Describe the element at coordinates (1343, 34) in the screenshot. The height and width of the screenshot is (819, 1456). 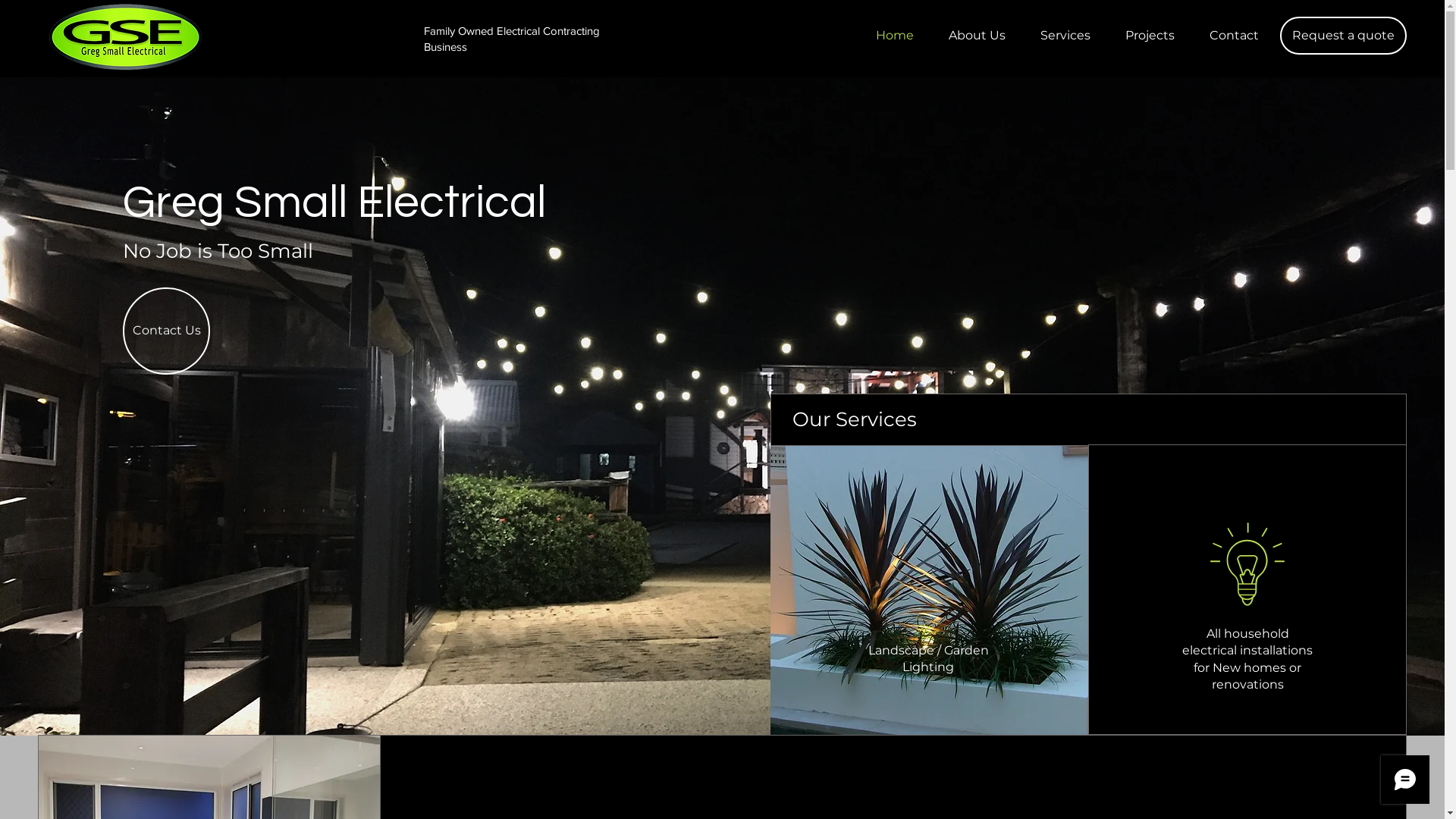
I see `'Request a quote'` at that location.